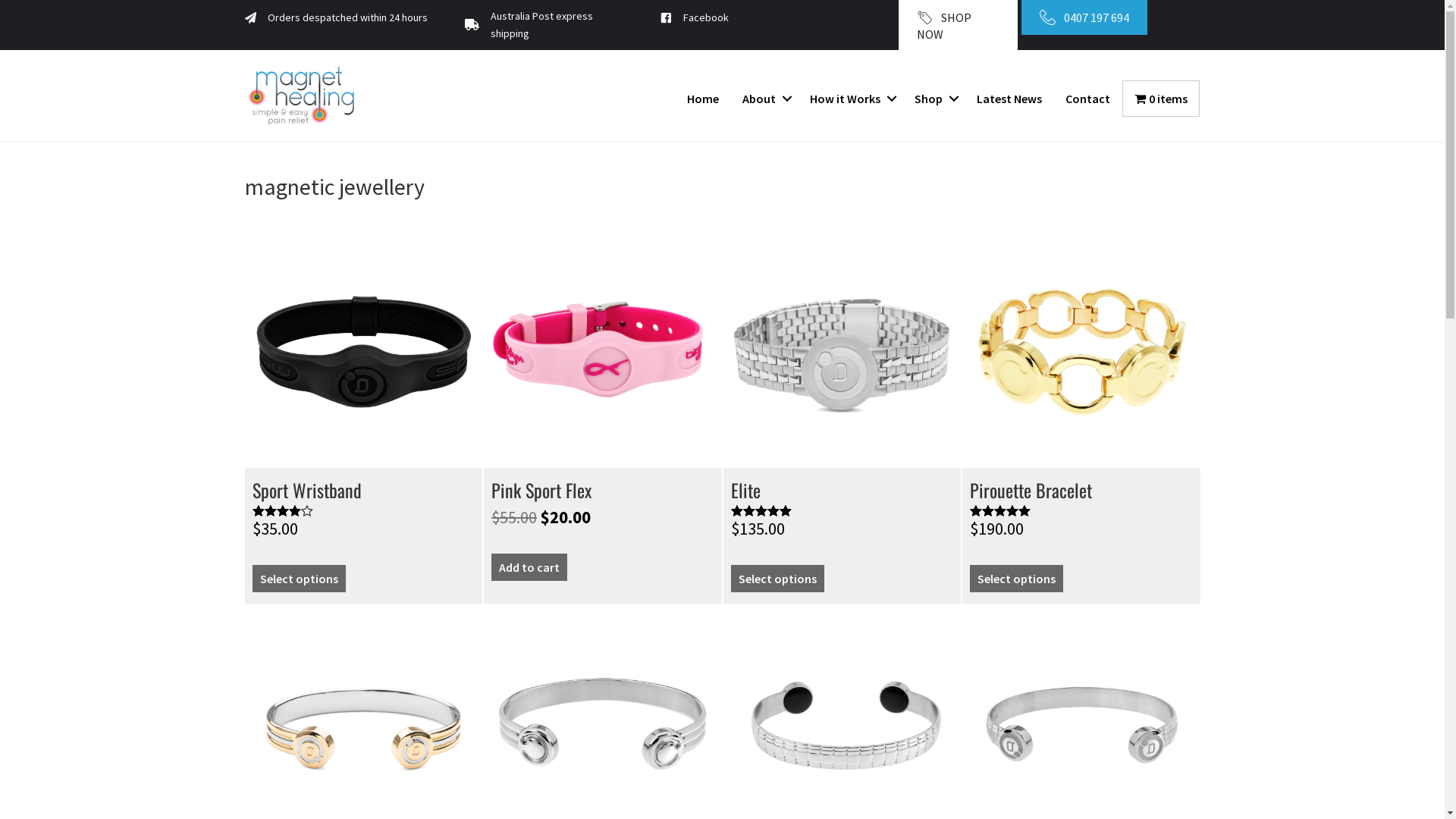 The height and width of the screenshot is (819, 1456). I want to click on 'logo', so click(301, 96).